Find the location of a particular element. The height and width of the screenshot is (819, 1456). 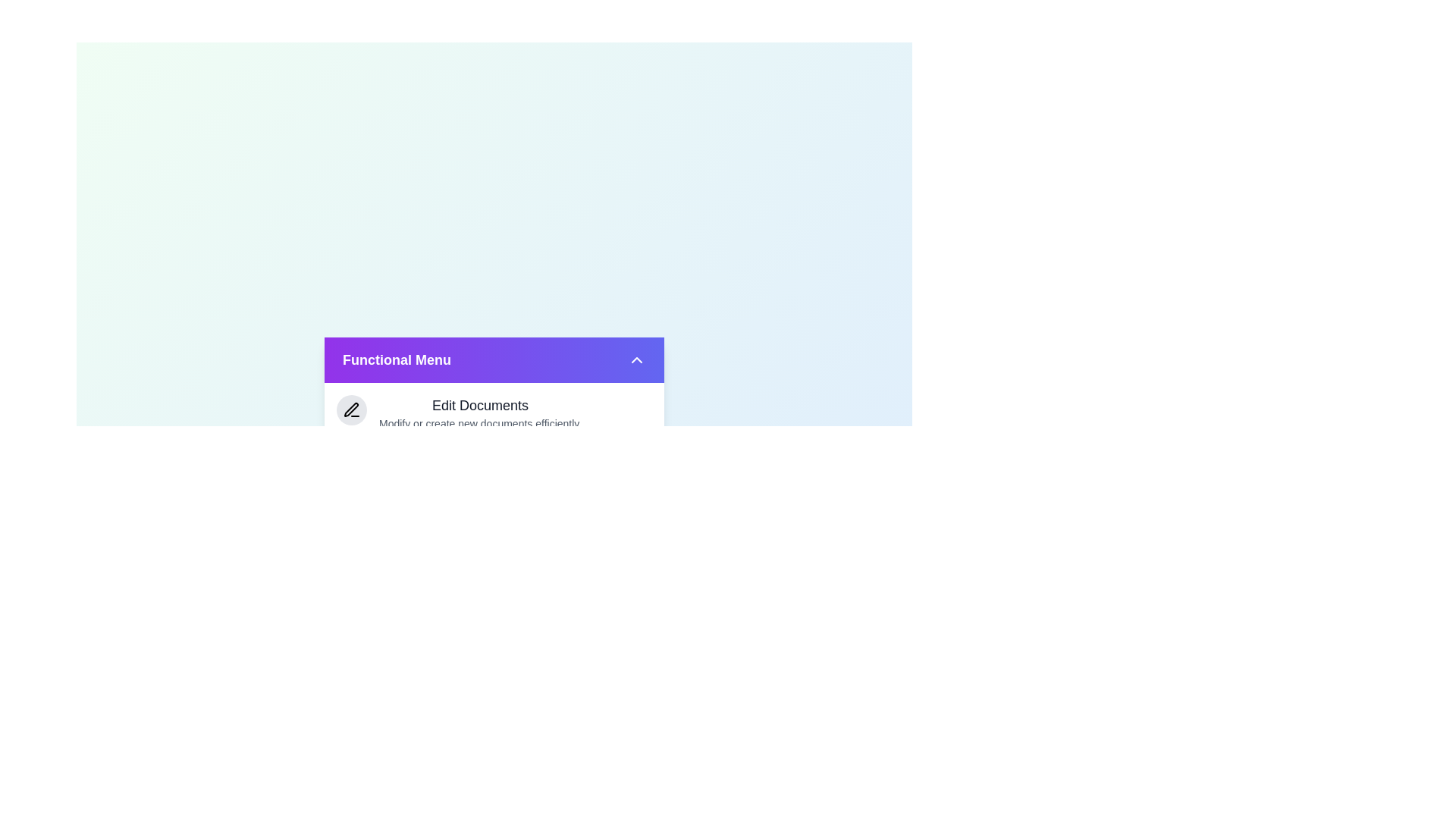

the menu item Edit Documents from the list is located at coordinates (494, 413).